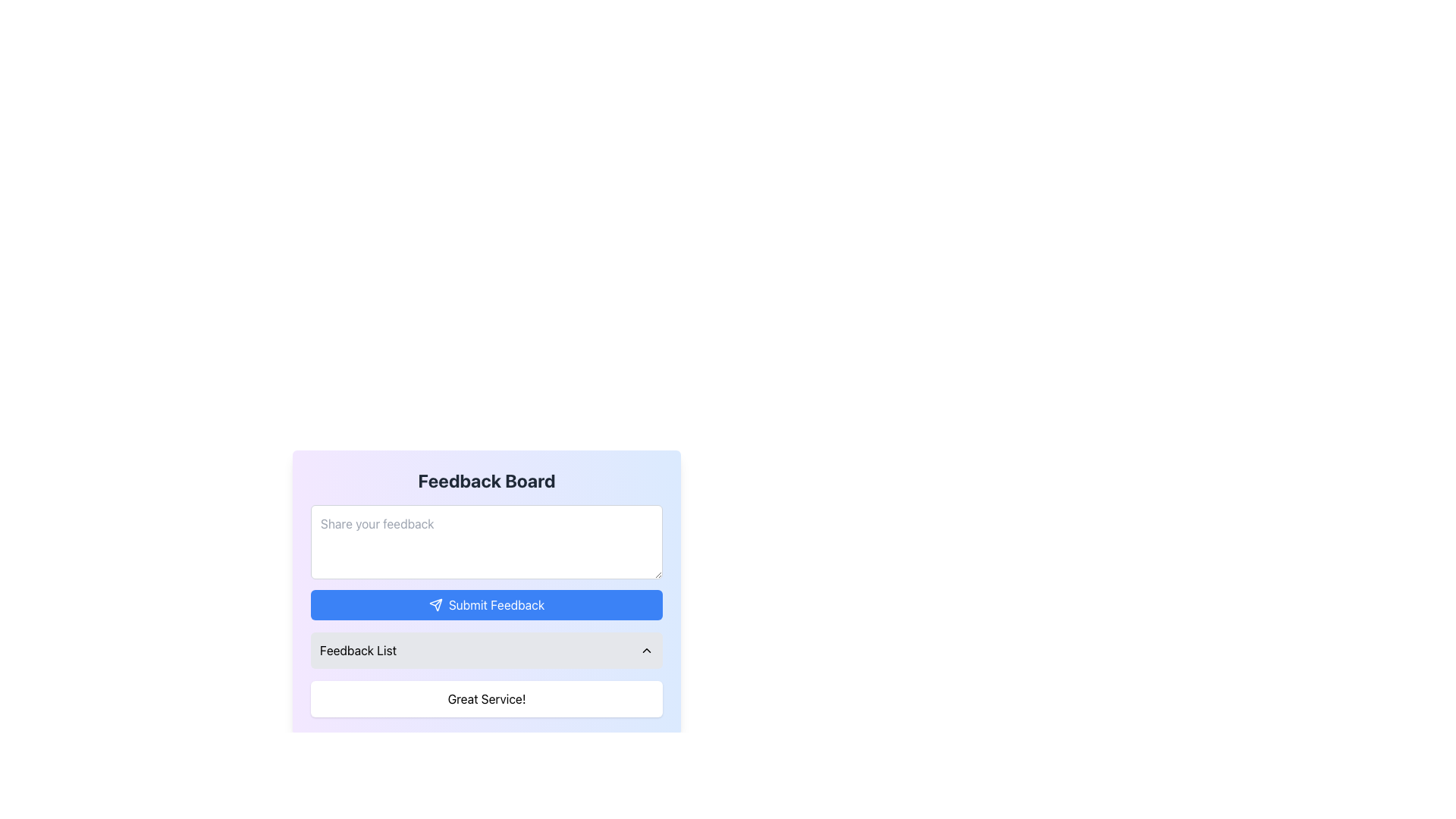 The height and width of the screenshot is (819, 1456). What do you see at coordinates (435, 604) in the screenshot?
I see `the 'Submit Feedback' button which contains a small paper plane icon on its left side` at bounding box center [435, 604].